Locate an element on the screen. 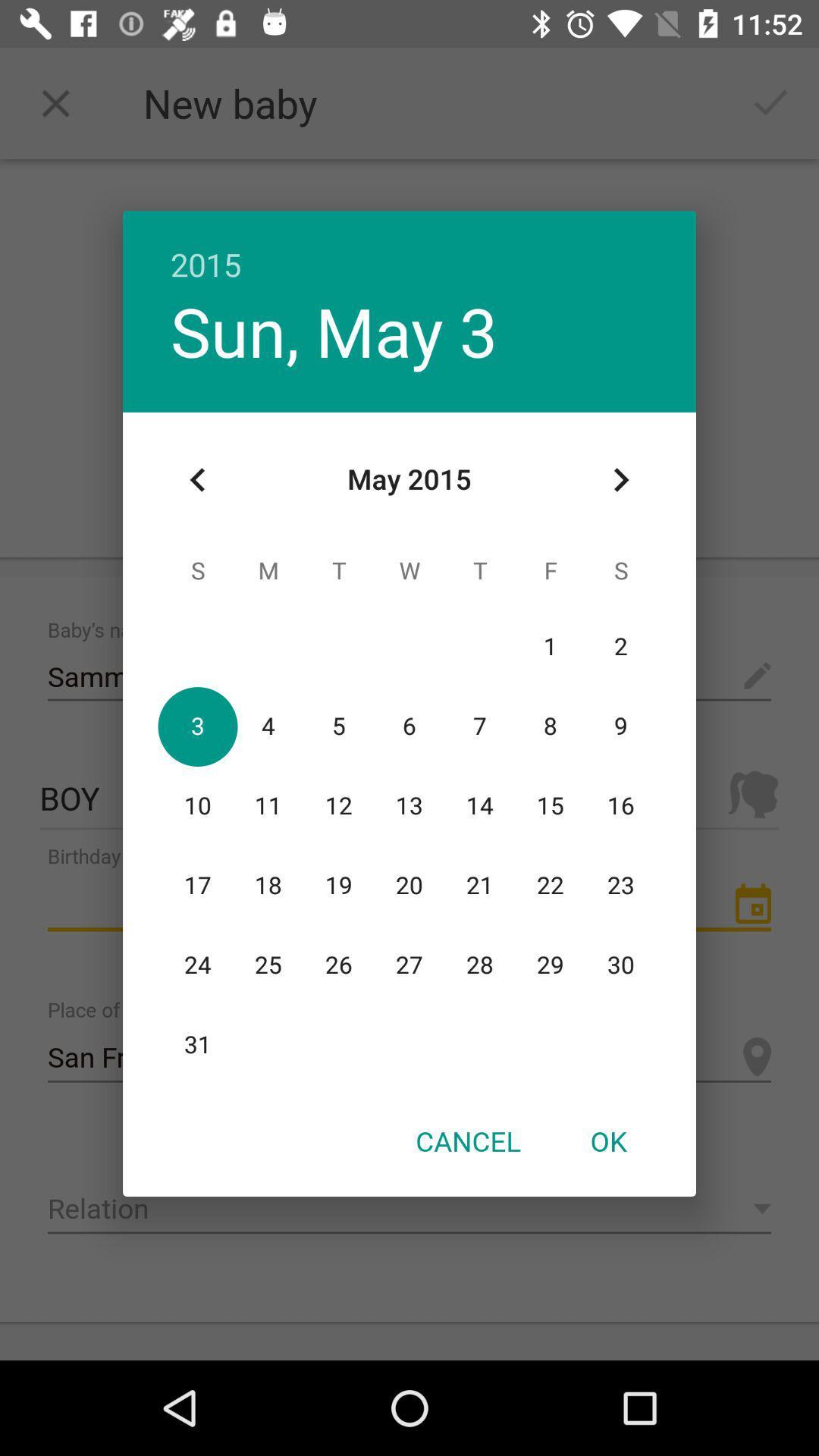 The image size is (819, 1456). the item below the sun, may 3 icon is located at coordinates (197, 479).